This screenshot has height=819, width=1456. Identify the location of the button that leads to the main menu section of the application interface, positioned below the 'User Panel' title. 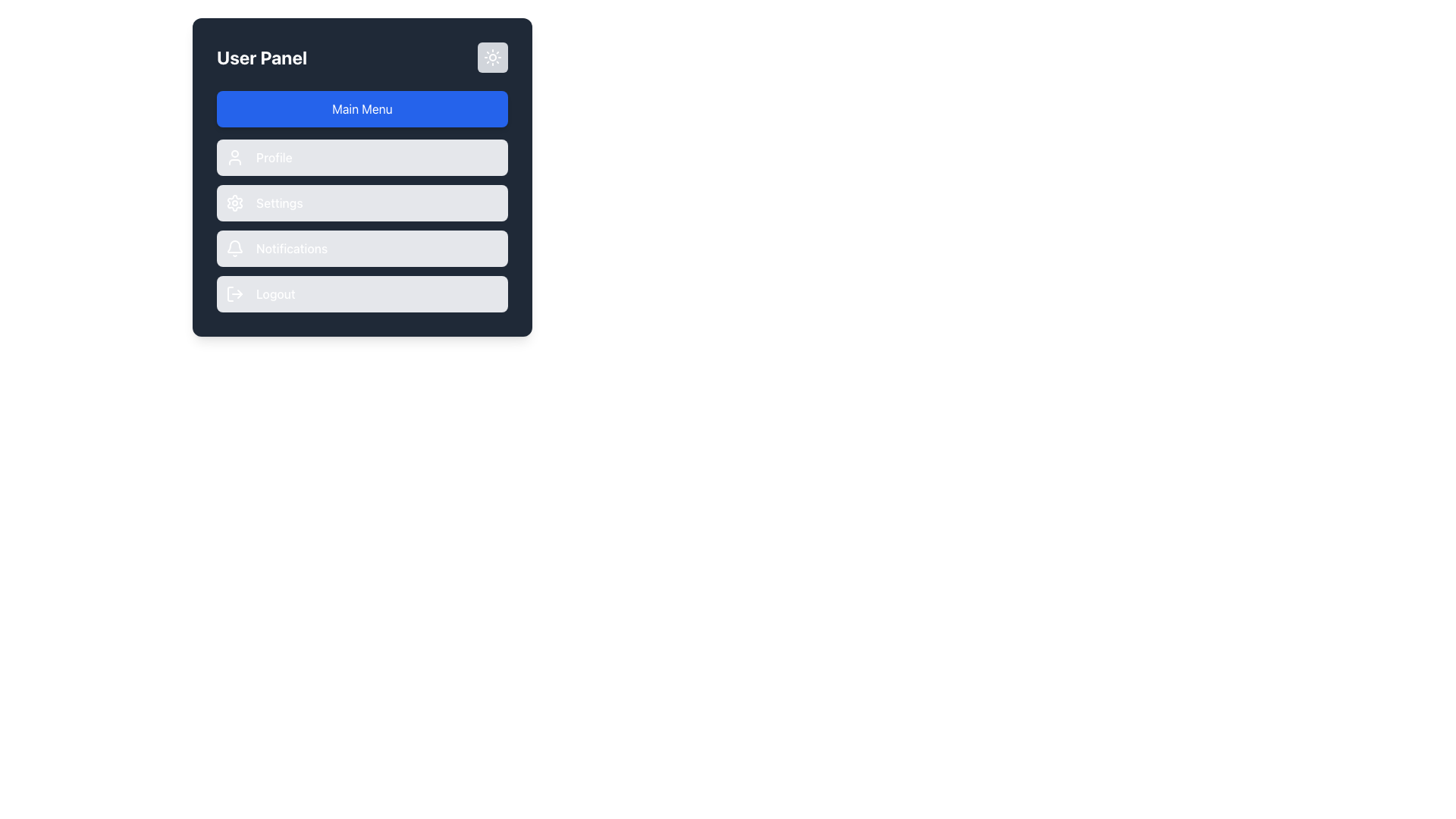
(362, 108).